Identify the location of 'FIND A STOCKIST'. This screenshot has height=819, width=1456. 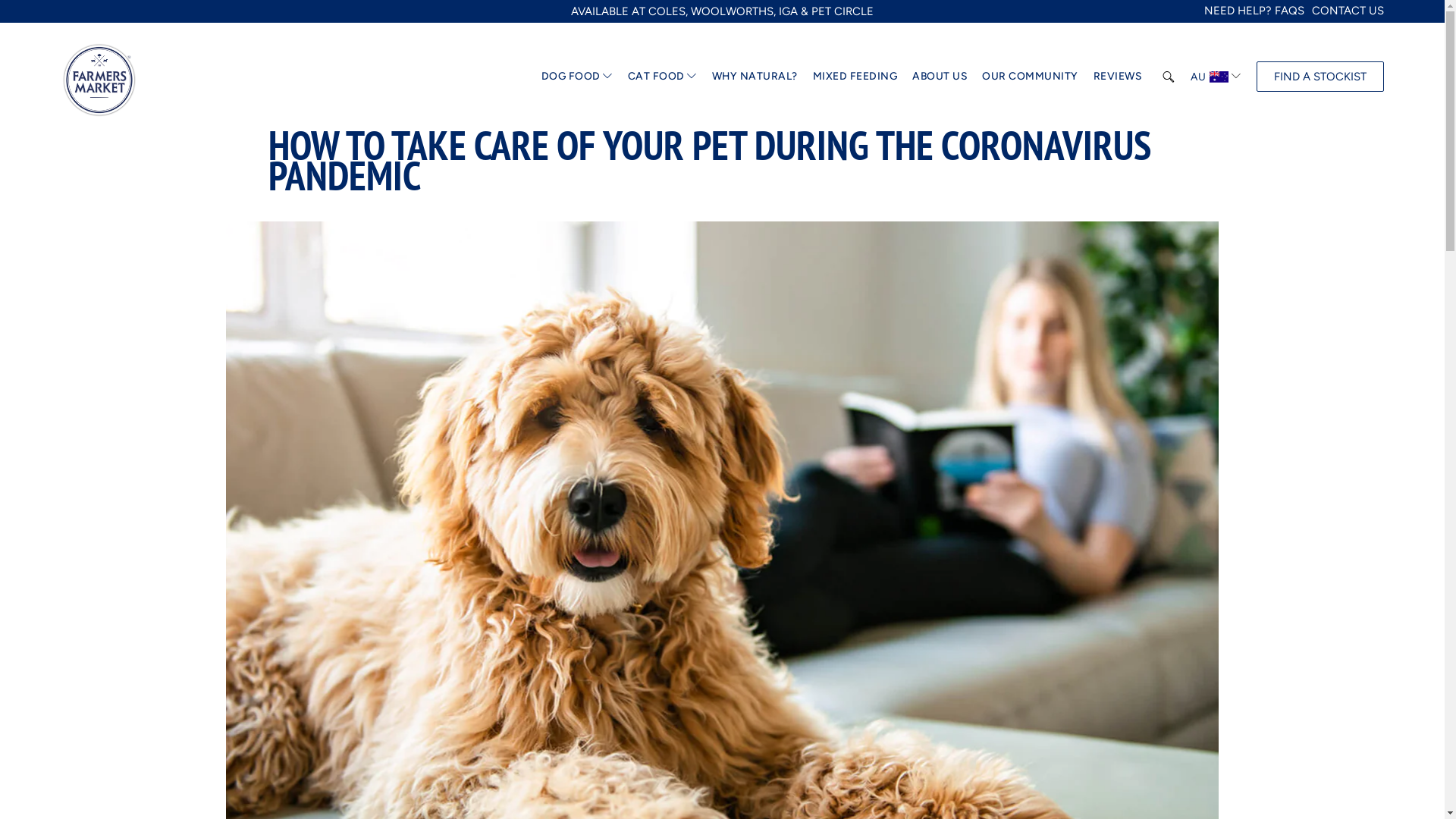
(1256, 76).